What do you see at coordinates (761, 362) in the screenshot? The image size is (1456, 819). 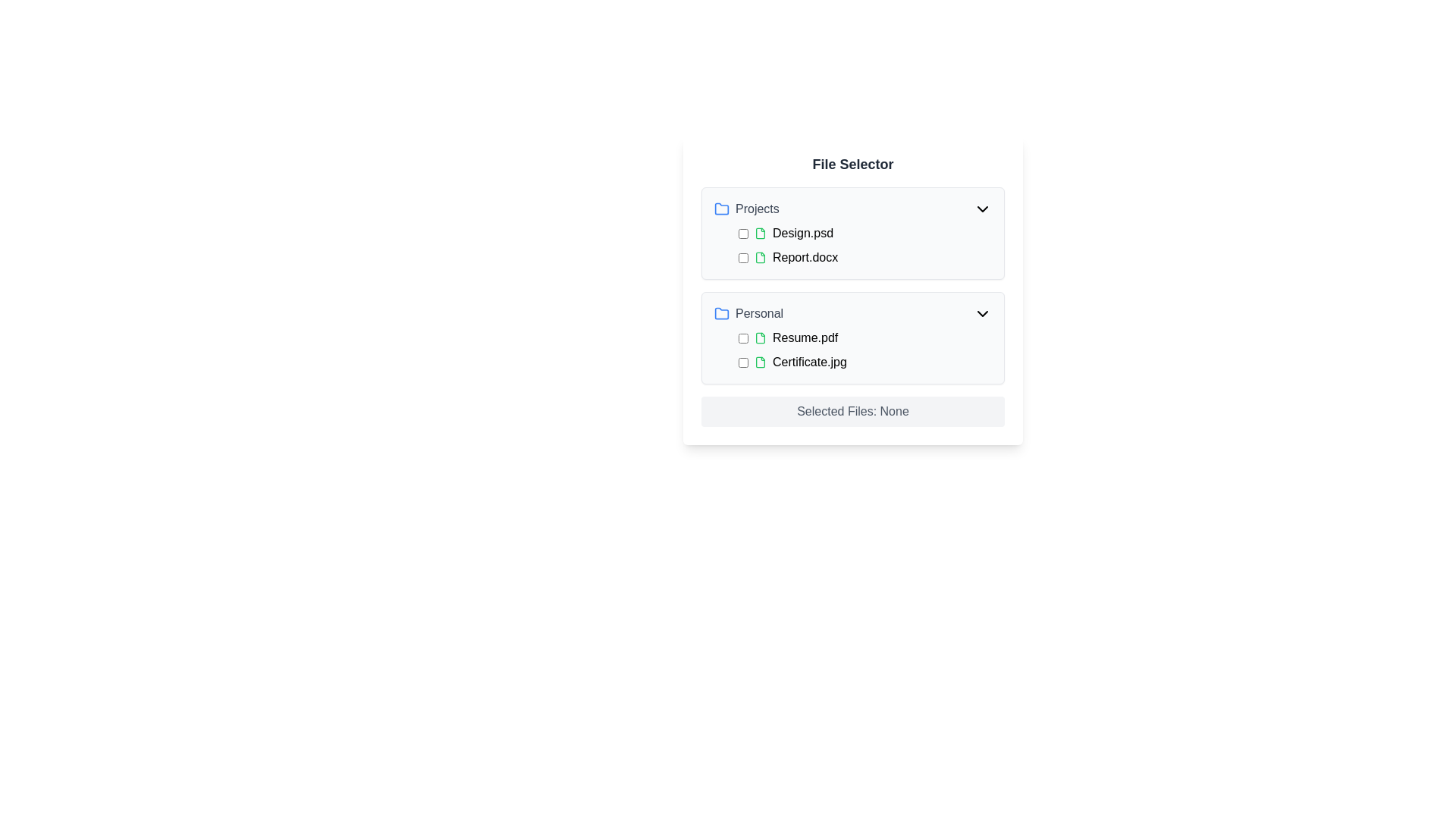 I see `the file document icon with a green outline representing 'Certificate.jpg' located in the 'Personal' section of the file selector interface` at bounding box center [761, 362].